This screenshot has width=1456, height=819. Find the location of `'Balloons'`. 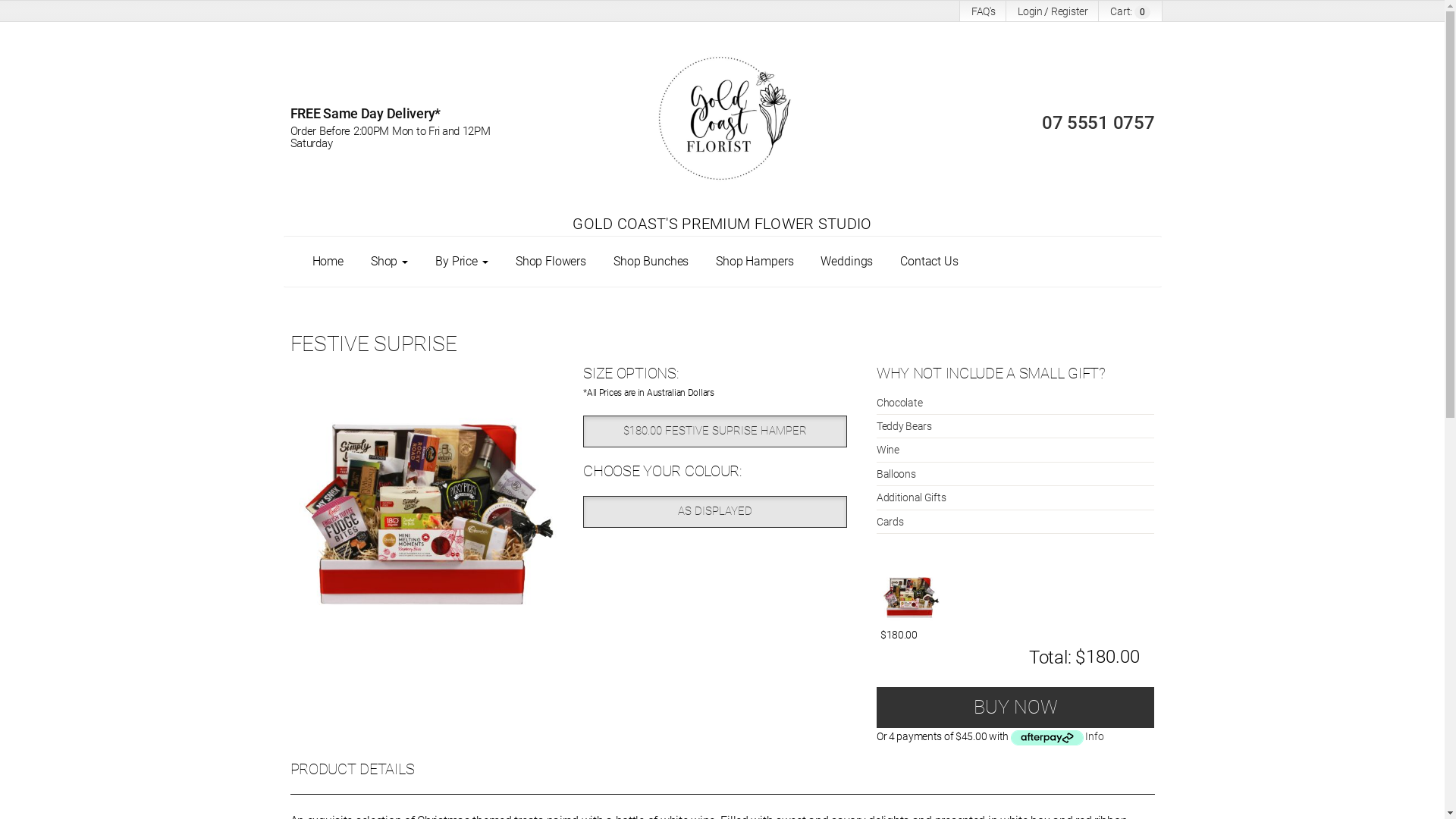

'Balloons' is located at coordinates (1015, 472).